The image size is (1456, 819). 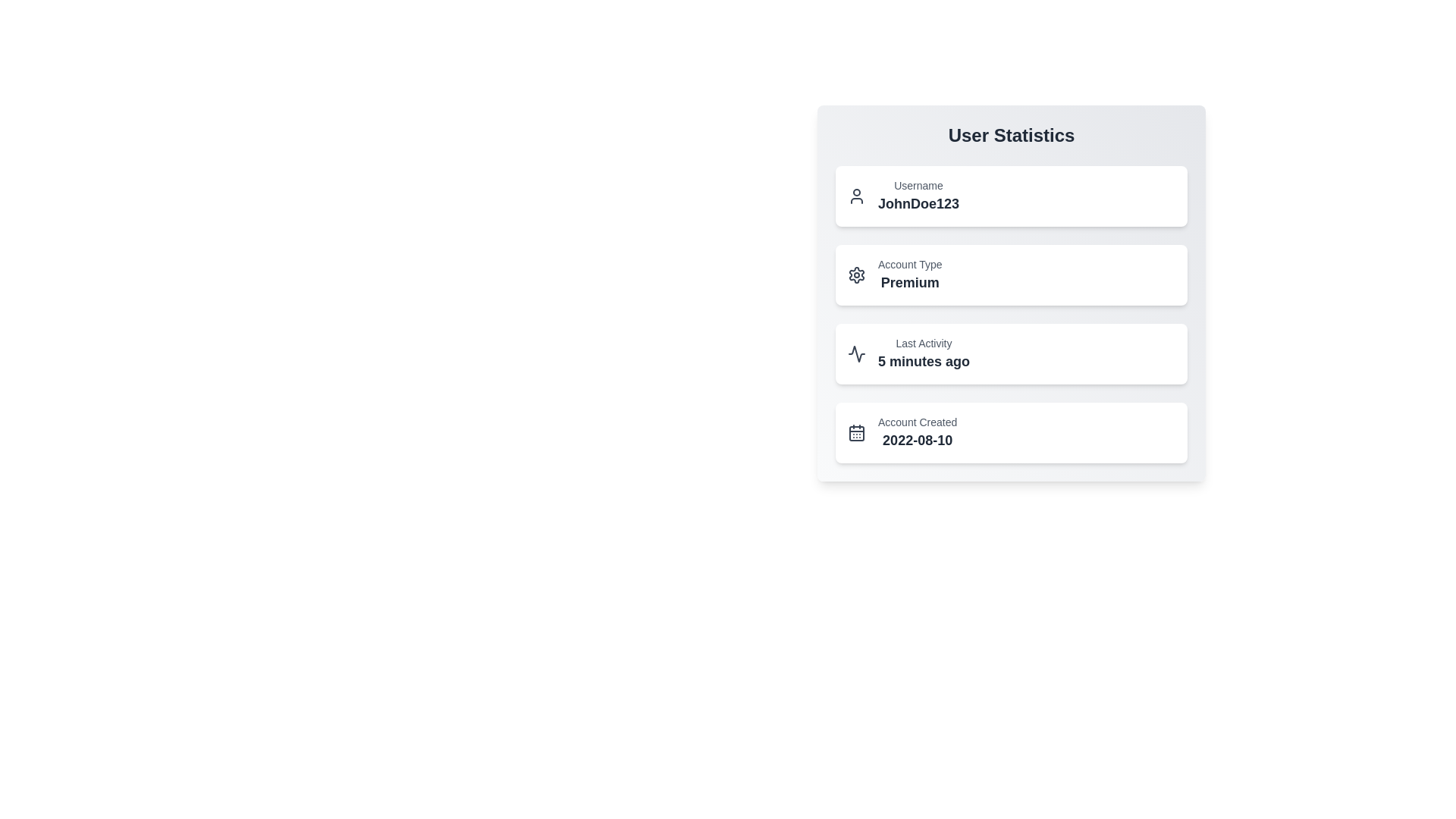 What do you see at coordinates (918, 185) in the screenshot?
I see `the label indicating the user's username, which is positioned above the text 'JohnDoe123' in the 'User Statistics' section` at bounding box center [918, 185].